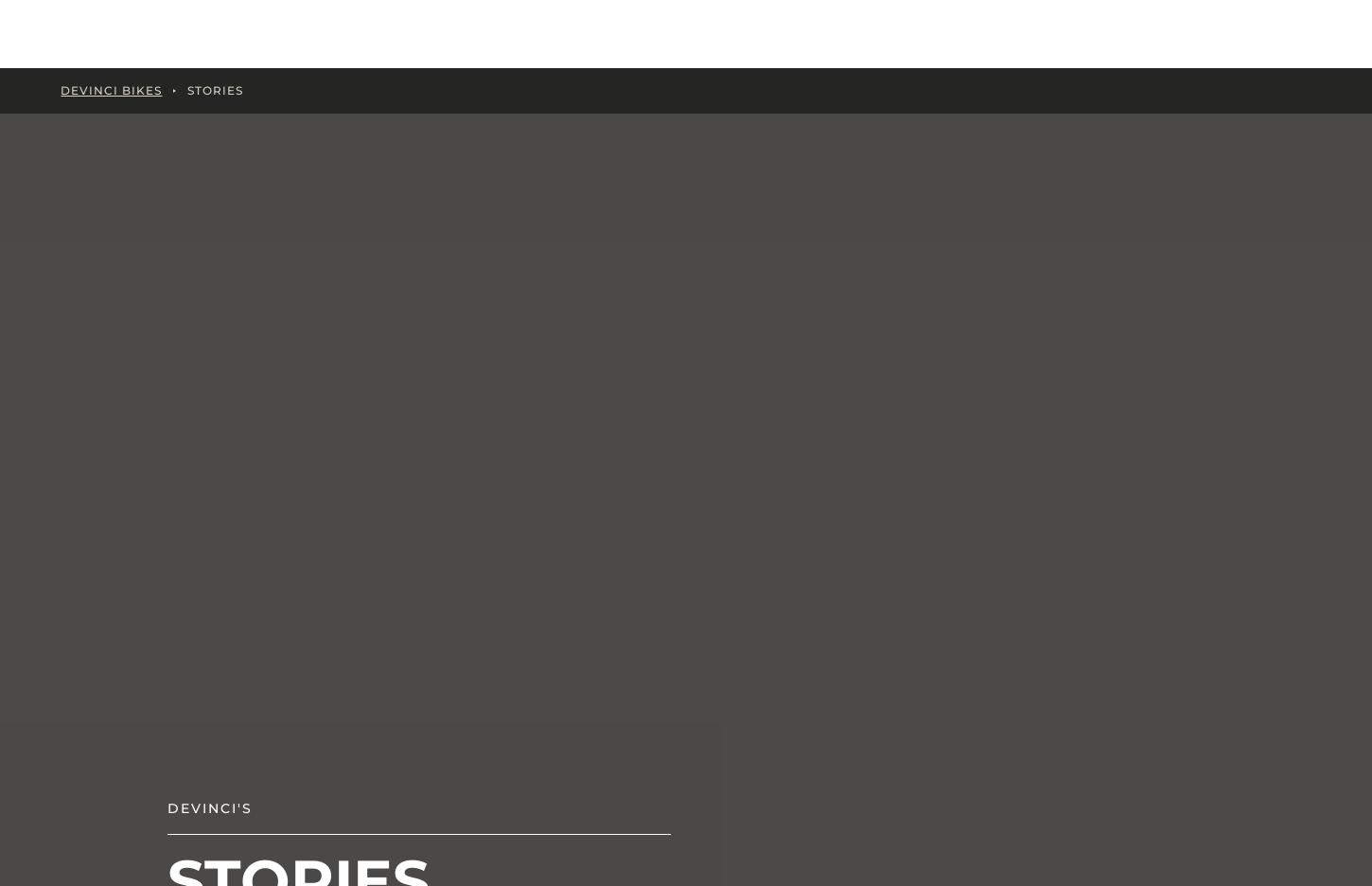 This screenshot has width=1372, height=886. What do you see at coordinates (433, 32) in the screenshot?
I see `'Inside Devinci'` at bounding box center [433, 32].